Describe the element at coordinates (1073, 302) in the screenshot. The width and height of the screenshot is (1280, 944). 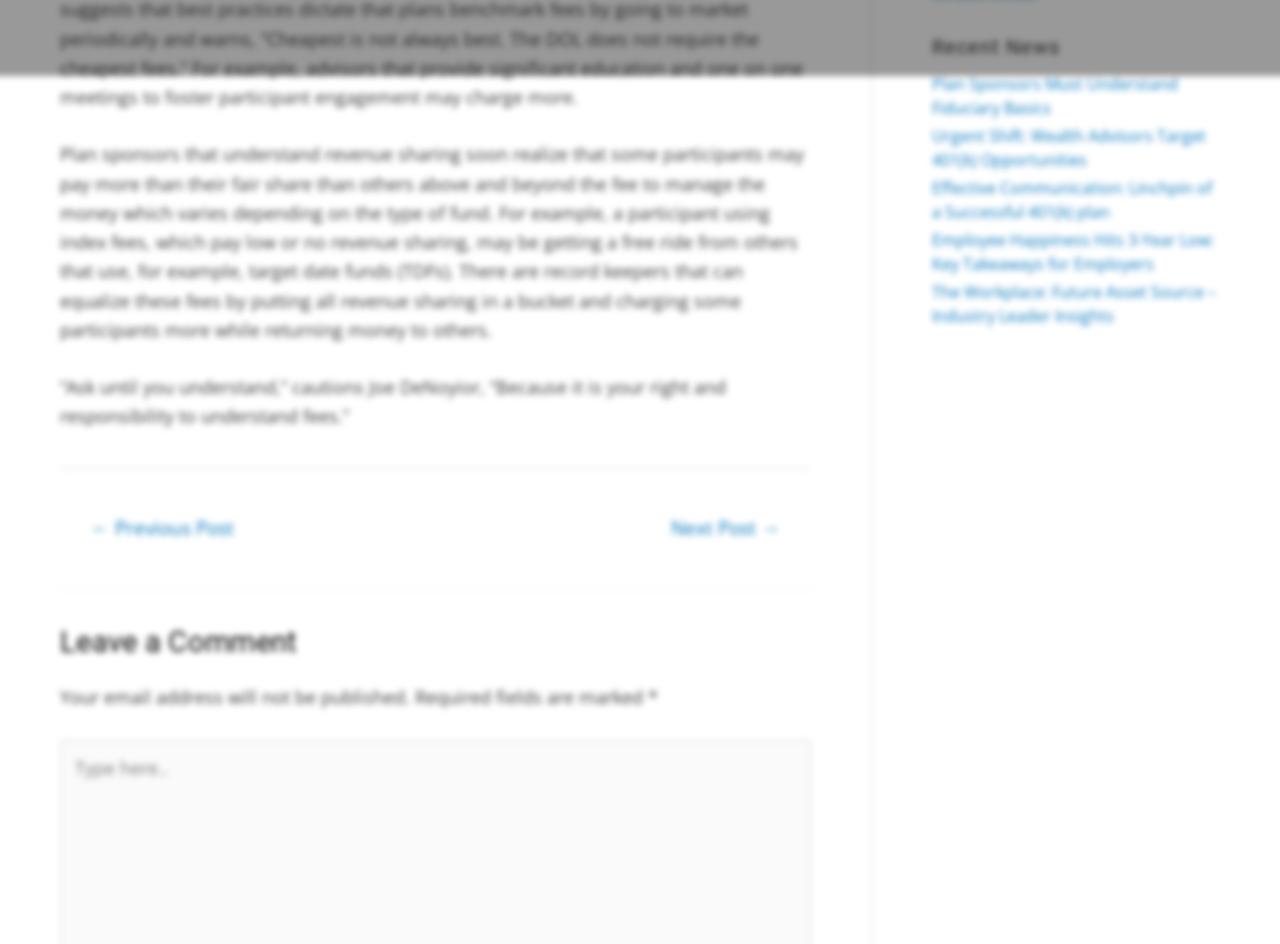
I see `'The Workplace: Future Asset Source – Industry Leader Insights'` at that location.